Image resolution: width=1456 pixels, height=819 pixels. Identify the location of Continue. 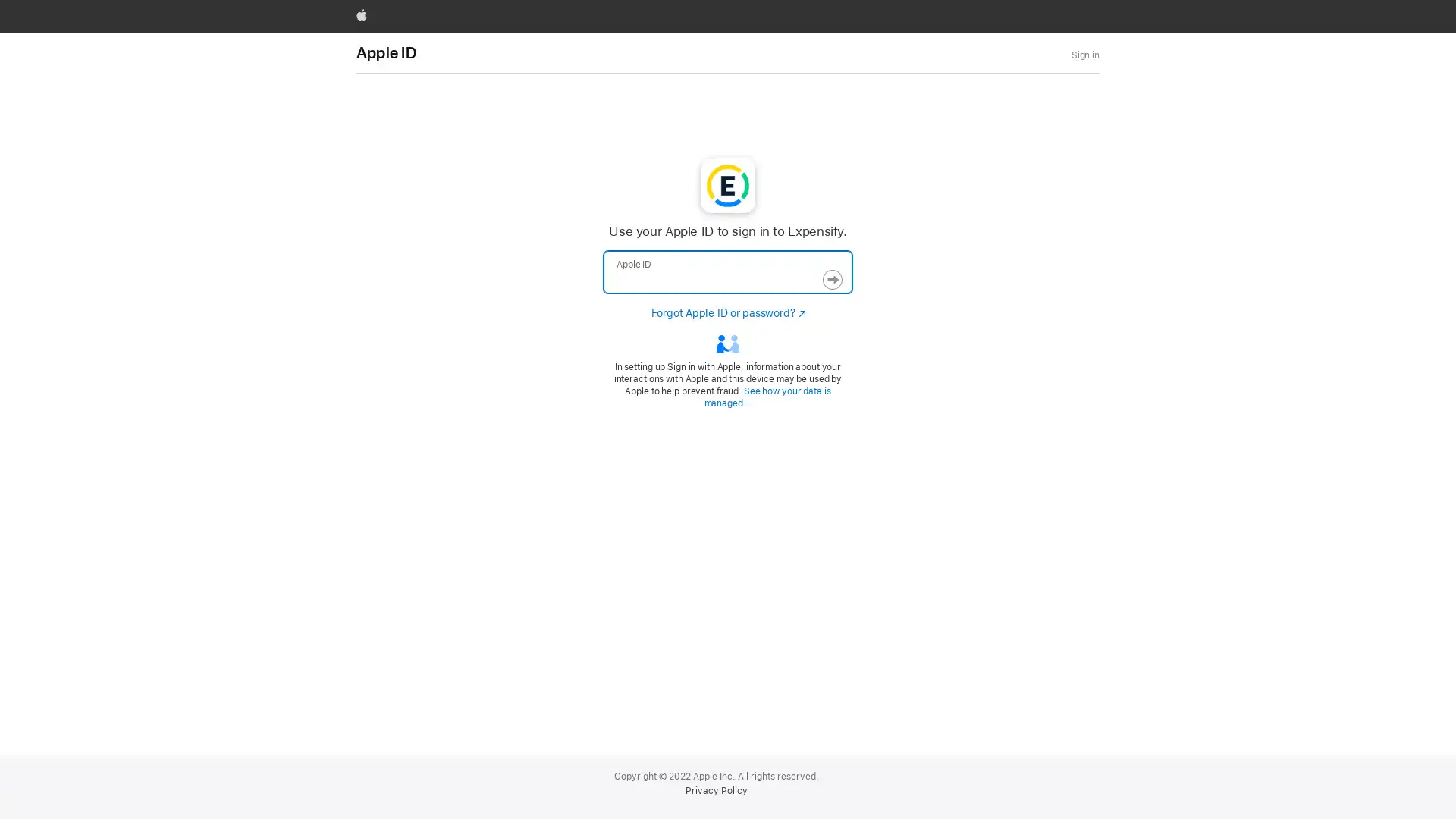
(831, 280).